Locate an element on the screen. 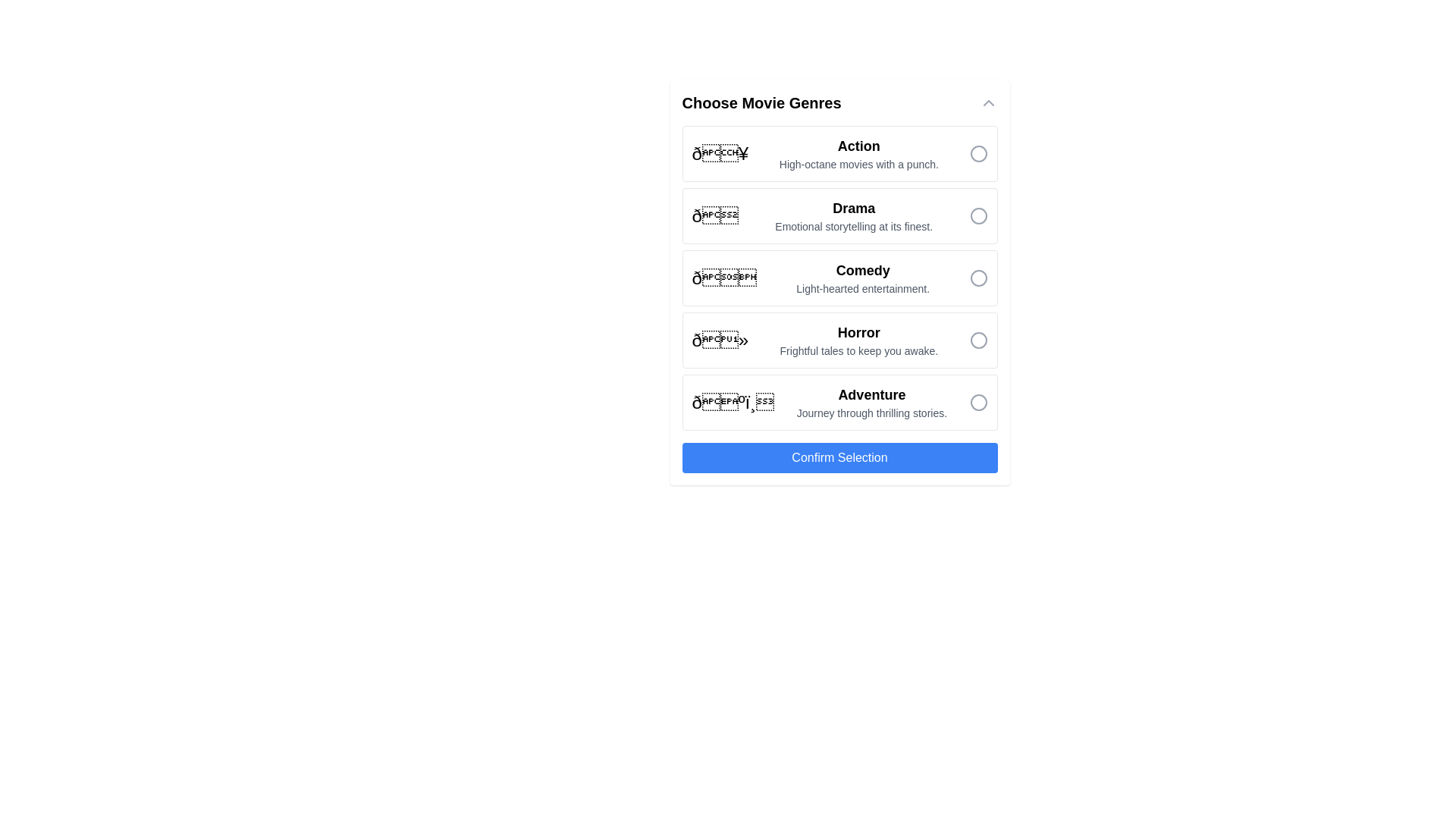  the 'Drama' text display element that presents the genre choice and its characteristics in the movie genre selection interface, located centrally below the 'Action' option and above the 'Comedy' option is located at coordinates (854, 216).